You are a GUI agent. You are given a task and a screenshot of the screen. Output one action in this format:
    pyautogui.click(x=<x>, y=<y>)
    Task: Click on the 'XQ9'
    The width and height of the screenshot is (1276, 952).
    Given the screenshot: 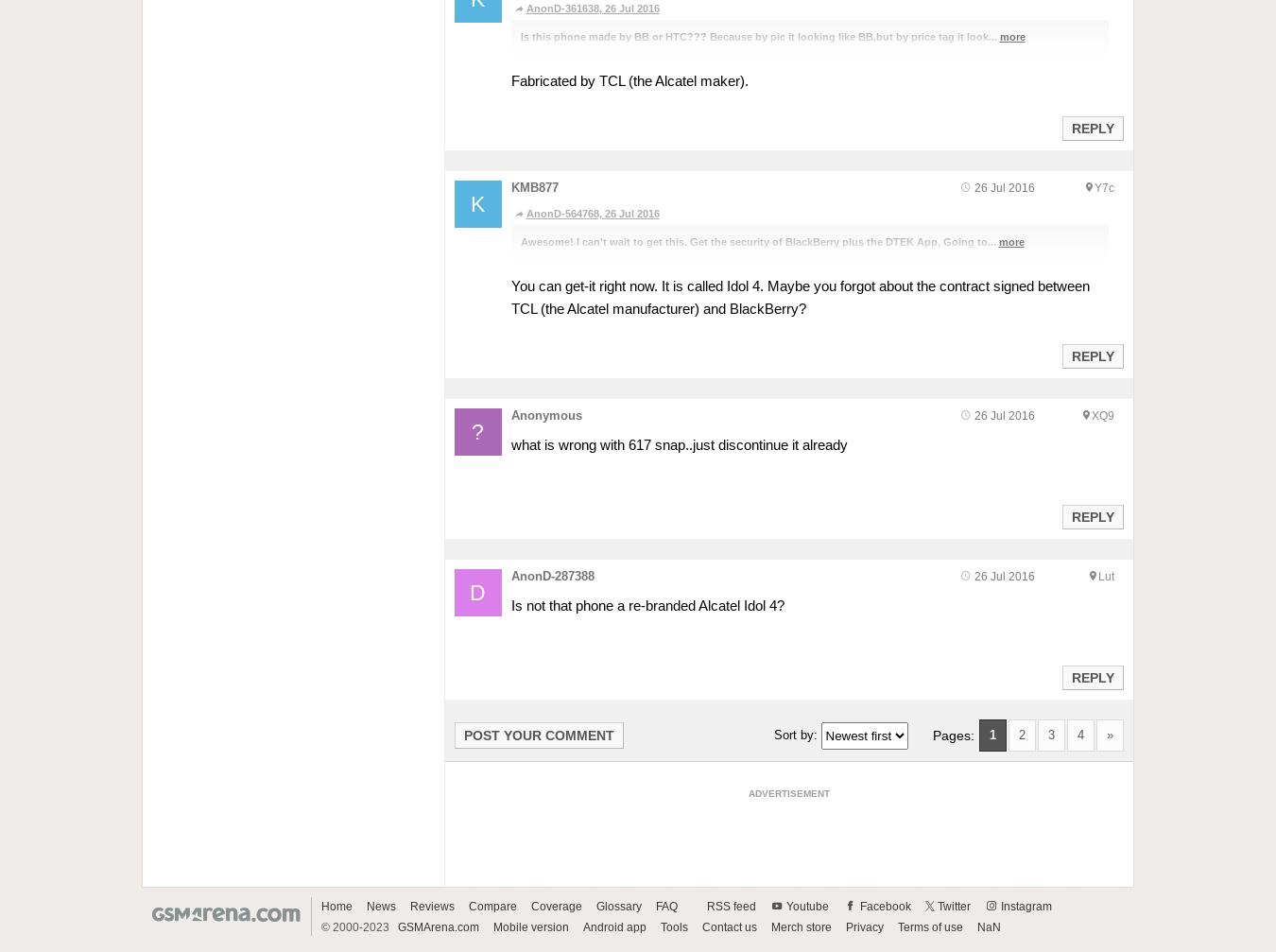 What is the action you would take?
    pyautogui.click(x=1100, y=414)
    